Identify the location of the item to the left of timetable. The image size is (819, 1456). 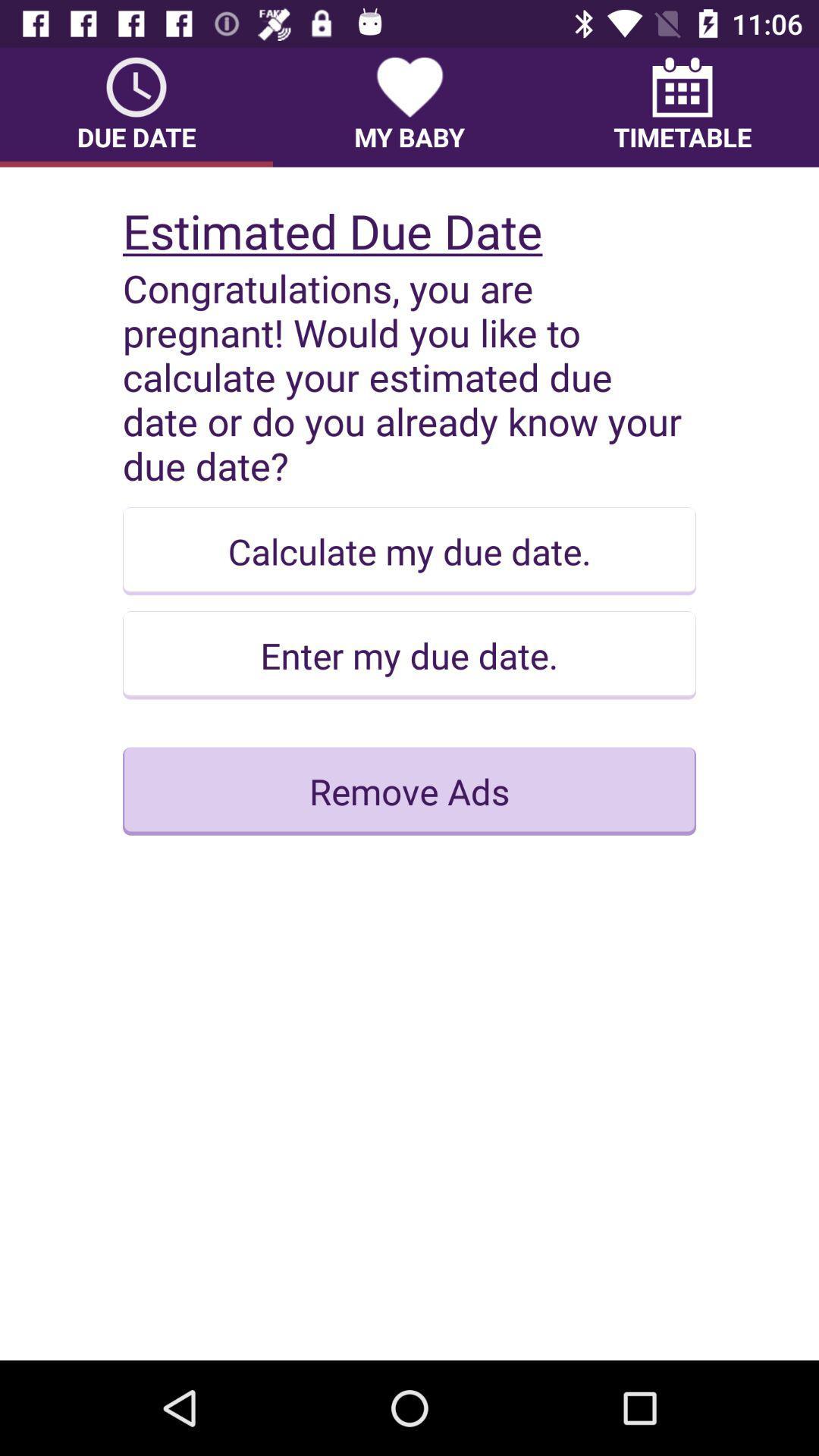
(409, 106).